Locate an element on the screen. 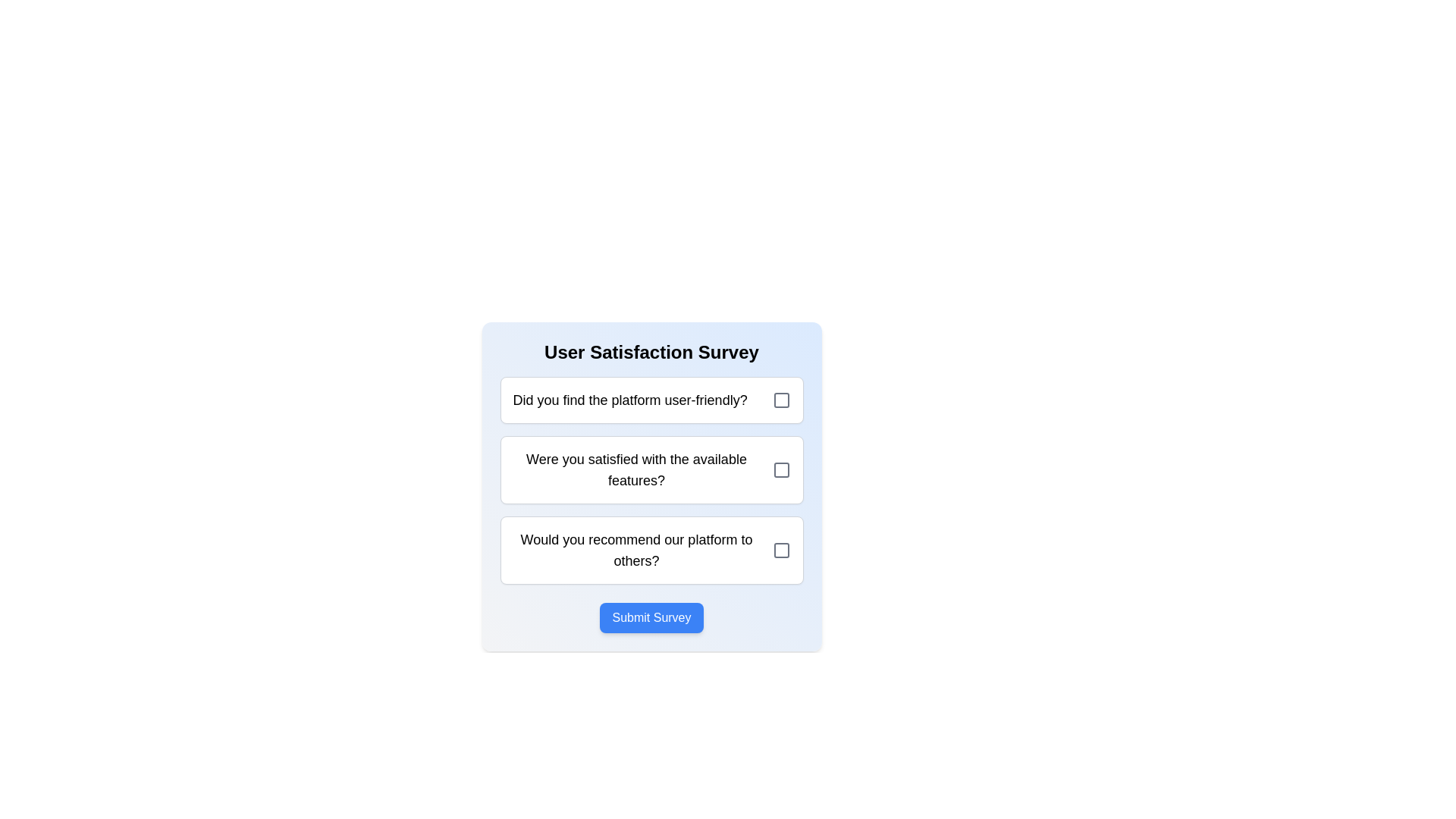 This screenshot has height=819, width=1456. the 'Submit Survey' button is located at coordinates (651, 617).